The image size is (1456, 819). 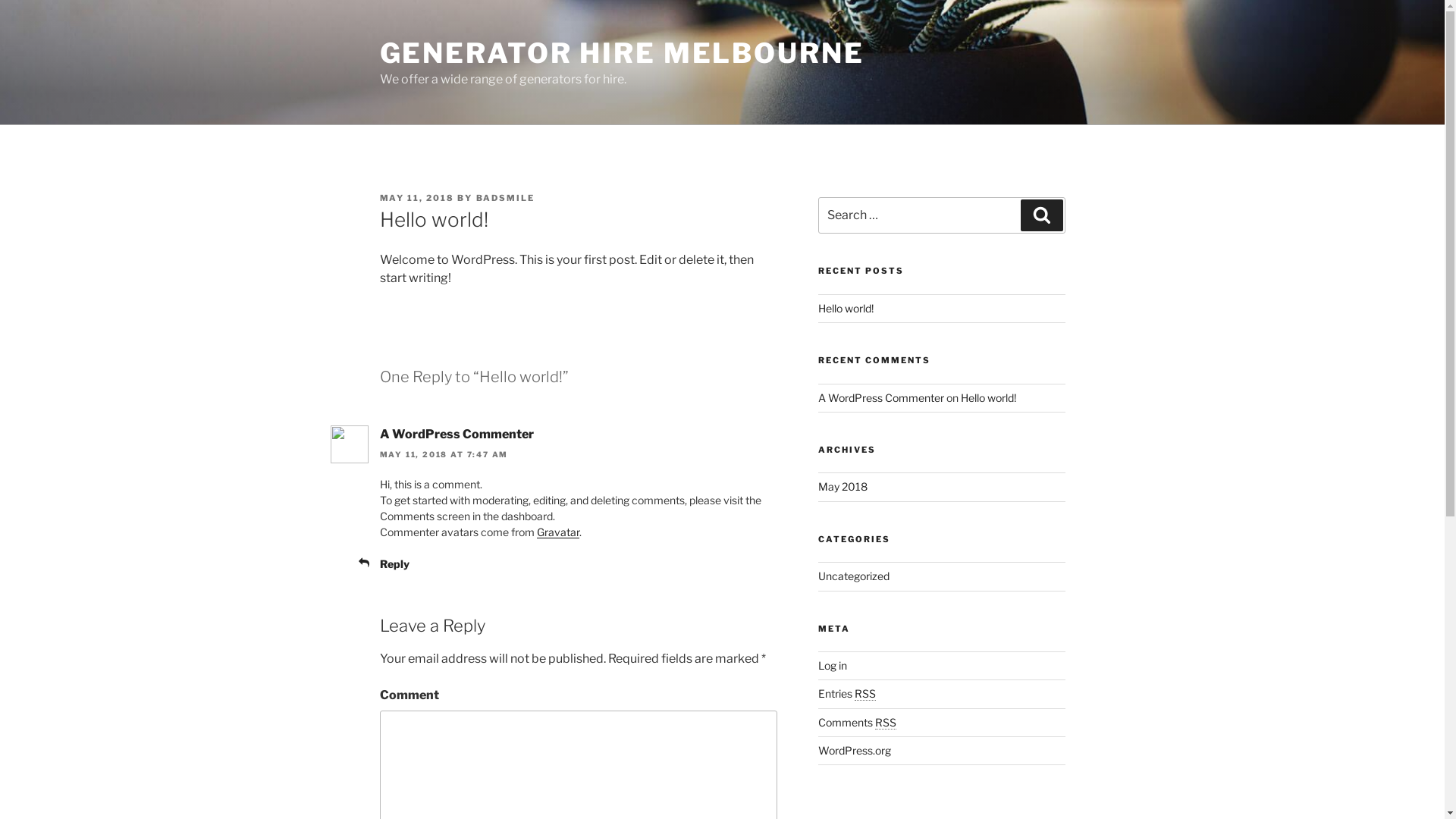 What do you see at coordinates (455, 434) in the screenshot?
I see `'A WordPress Commenter'` at bounding box center [455, 434].